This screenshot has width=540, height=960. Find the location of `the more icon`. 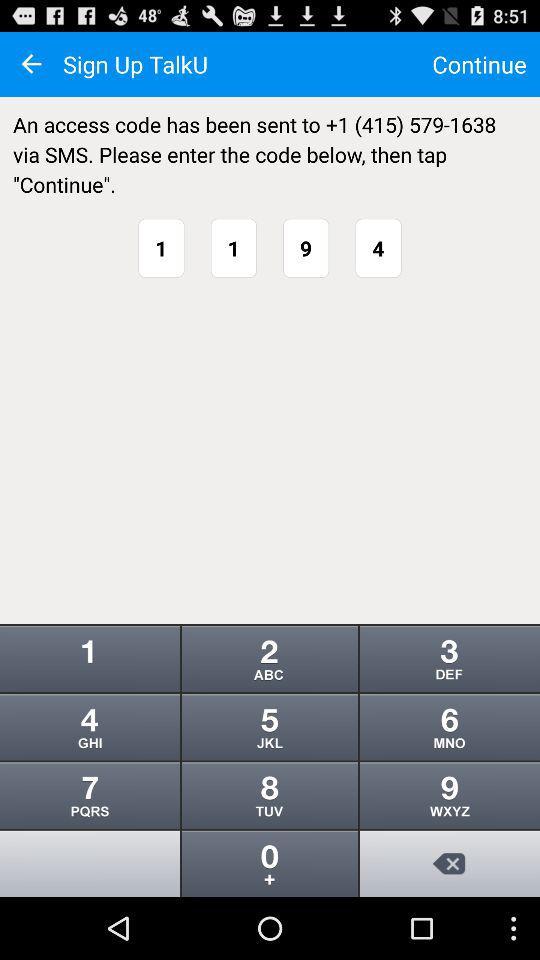

the more icon is located at coordinates (270, 850).